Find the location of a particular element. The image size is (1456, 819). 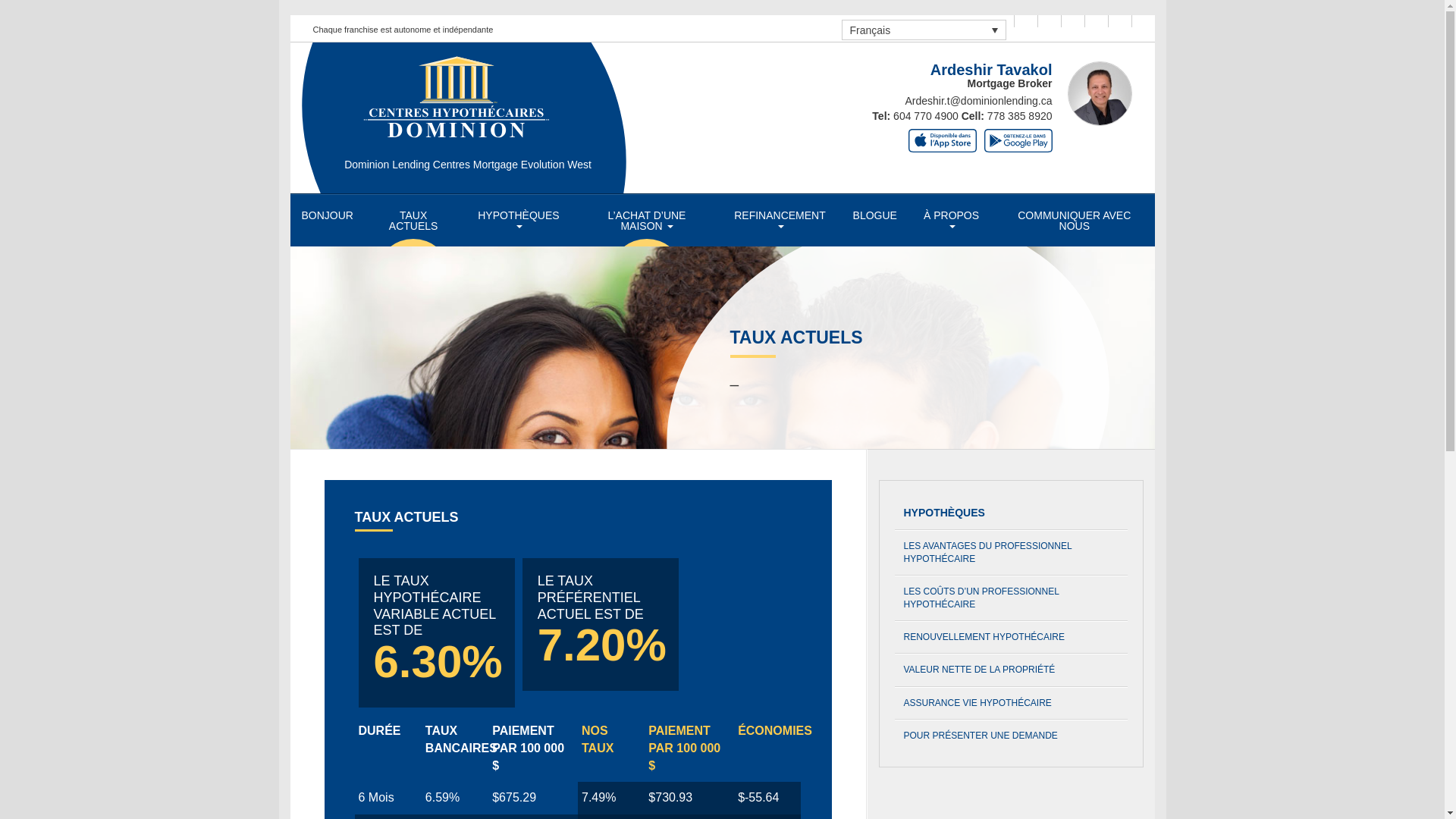

'Ardeshir.t@dominionlending.ca' is located at coordinates (979, 100).